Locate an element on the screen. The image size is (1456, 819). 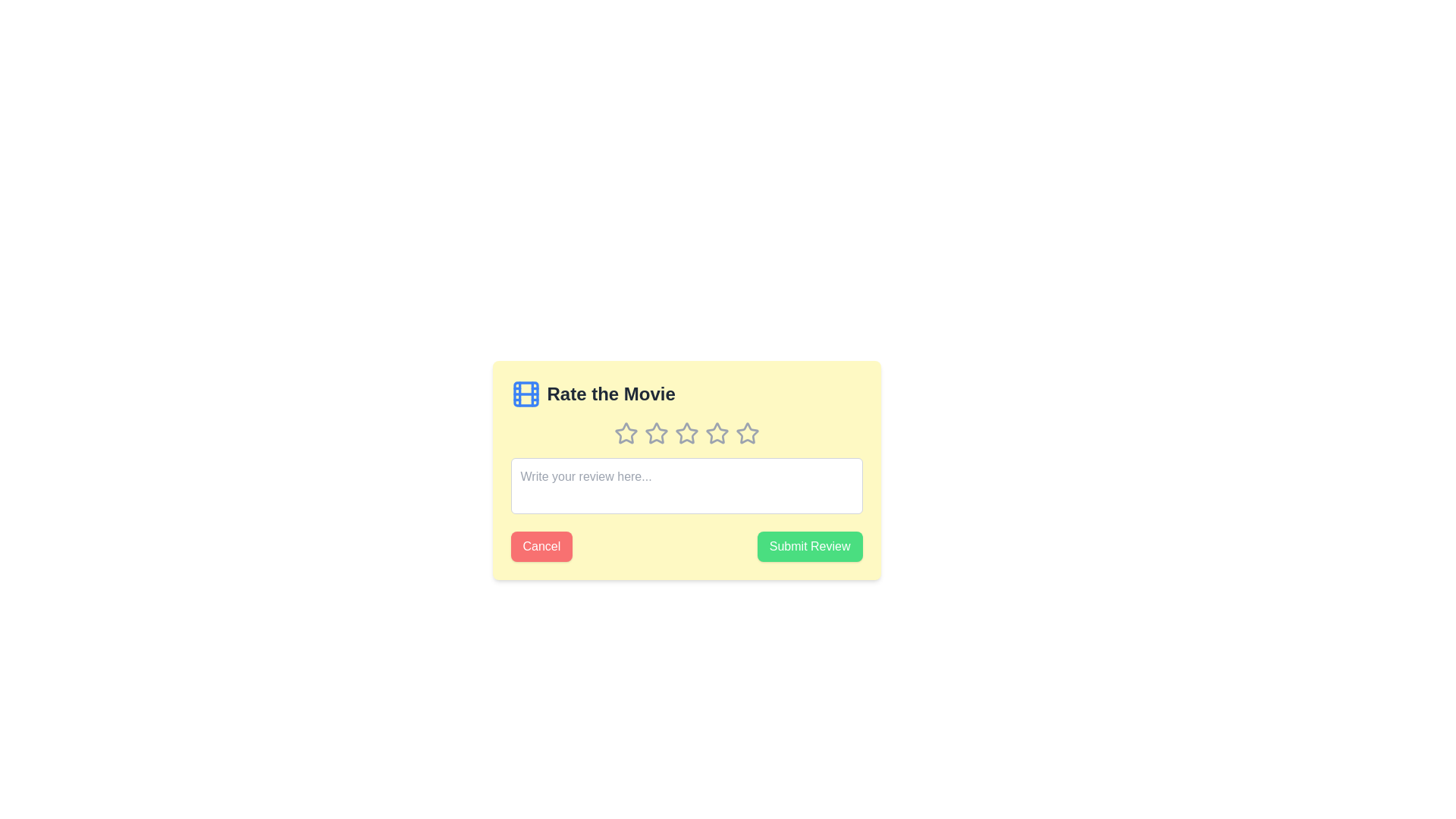
the second star icon in the rating system is located at coordinates (656, 433).